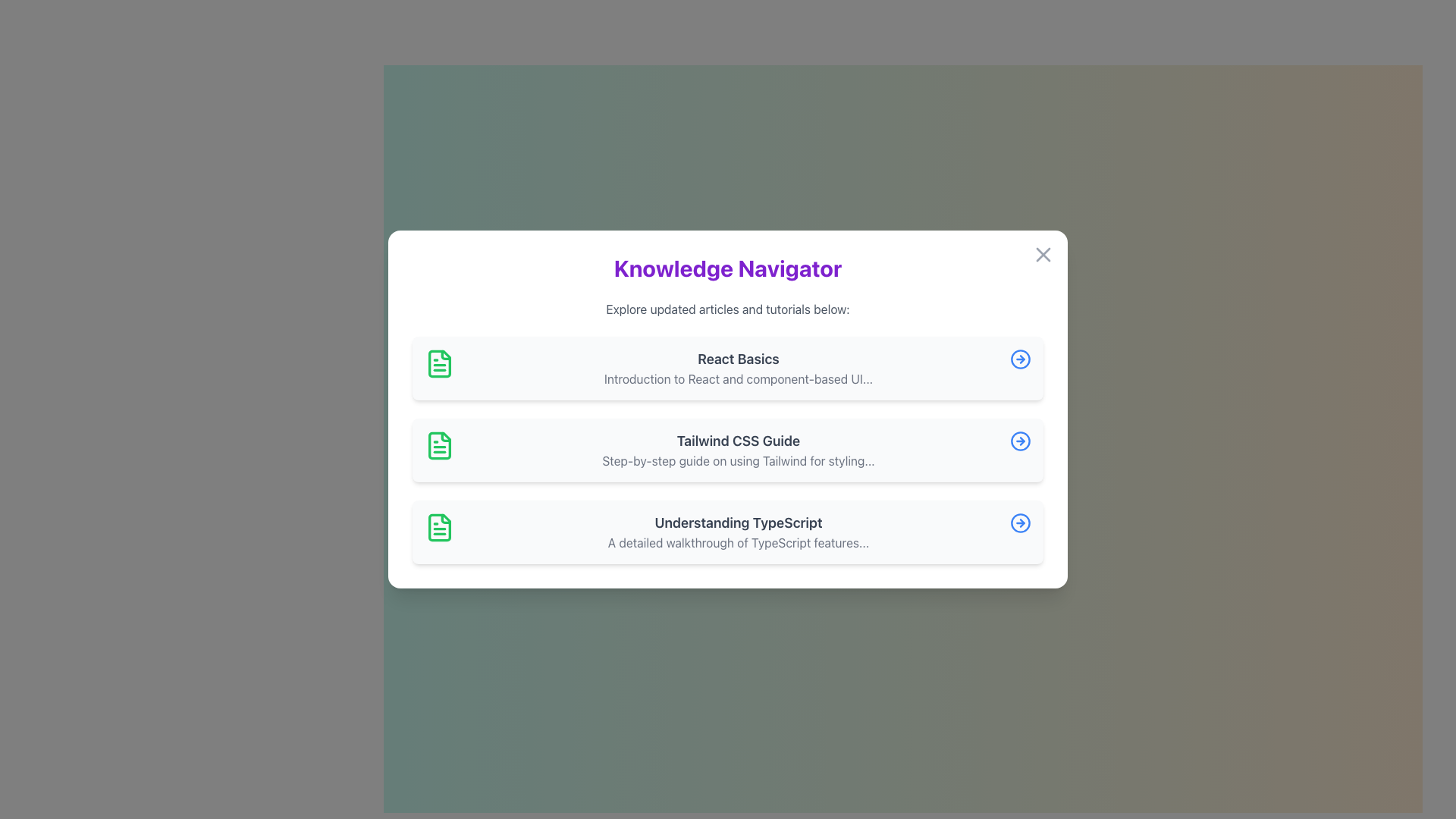 This screenshot has width=1456, height=819. What do you see at coordinates (728, 369) in the screenshot?
I see `the Navigation Card titled 'React Basics' in the Knowledge Navigator modal` at bounding box center [728, 369].